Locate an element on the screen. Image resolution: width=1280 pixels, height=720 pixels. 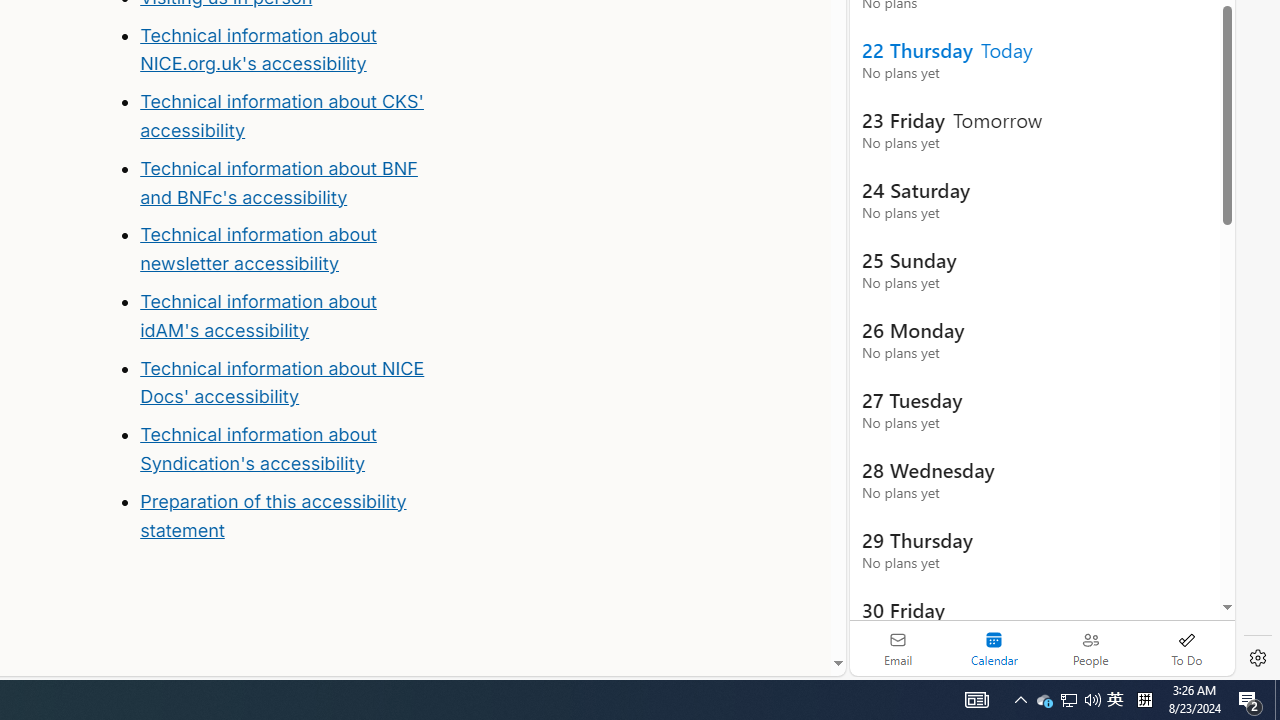
'To Do' is located at coordinates (1186, 648).